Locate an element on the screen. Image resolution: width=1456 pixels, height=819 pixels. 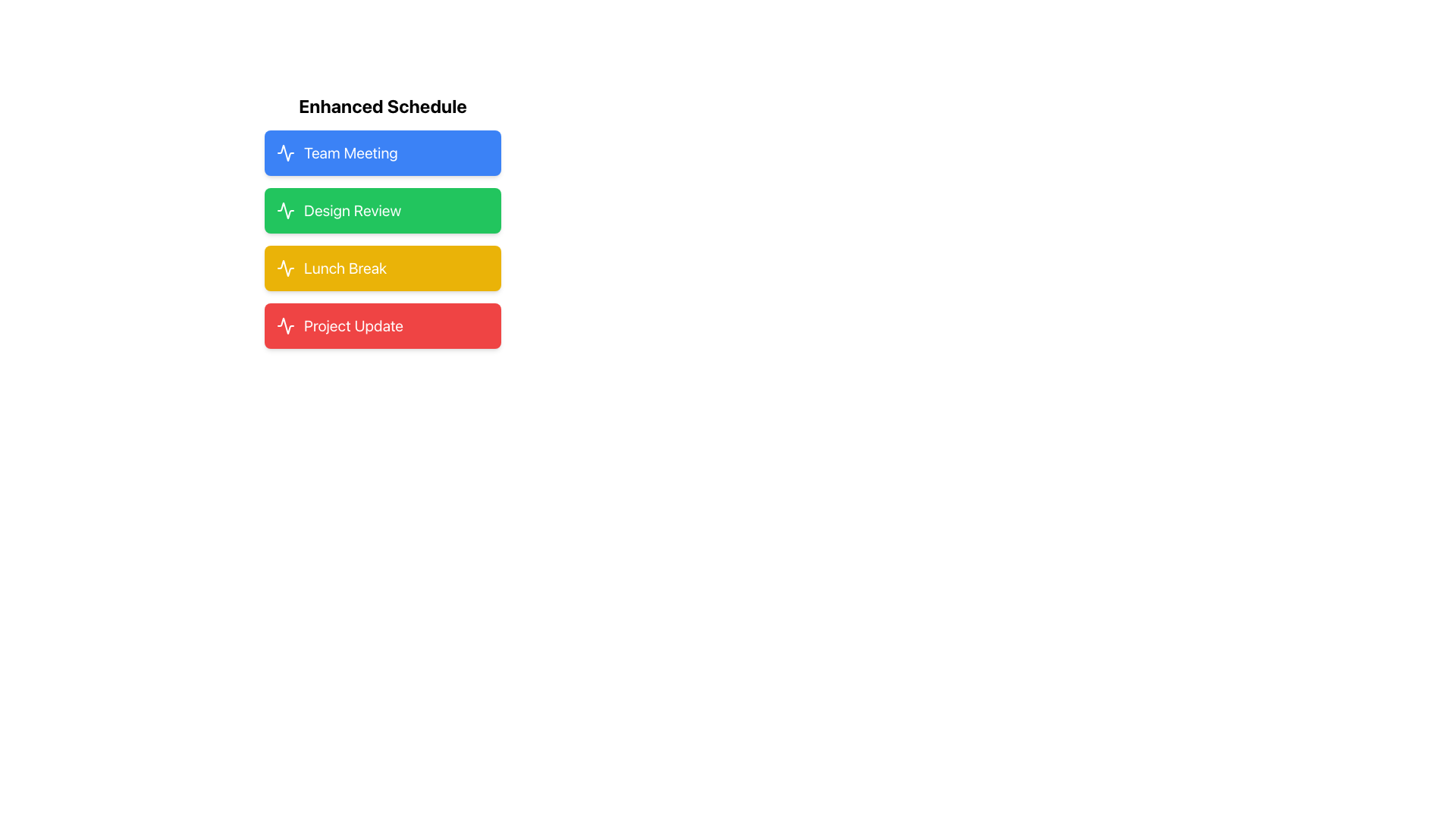
the decorative vector graphic resembling a waveform in the 'Lunch Break' section of the vertical list of colored blocks is located at coordinates (286, 268).